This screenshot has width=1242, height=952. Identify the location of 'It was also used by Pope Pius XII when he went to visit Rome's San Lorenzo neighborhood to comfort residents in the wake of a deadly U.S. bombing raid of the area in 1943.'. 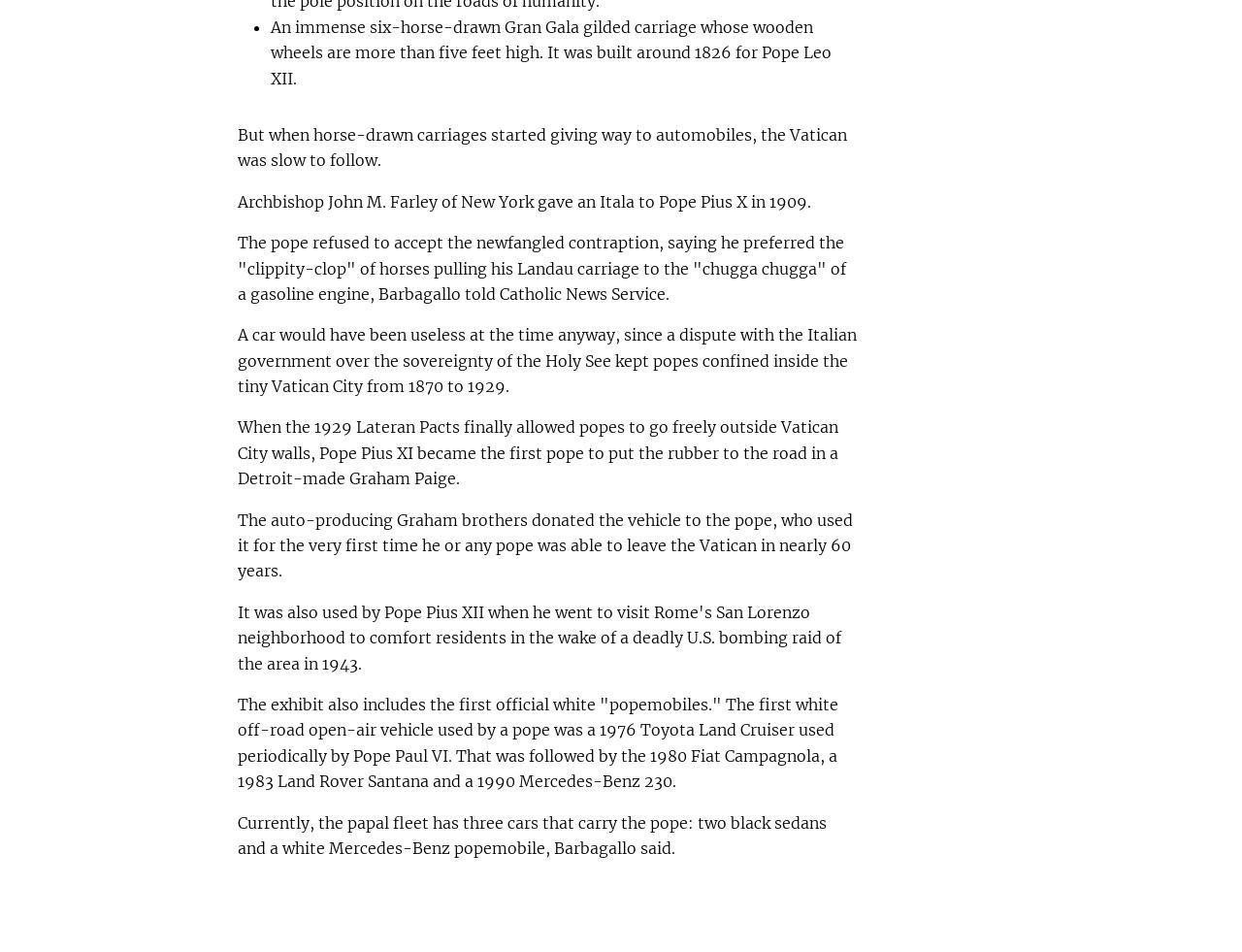
(235, 637).